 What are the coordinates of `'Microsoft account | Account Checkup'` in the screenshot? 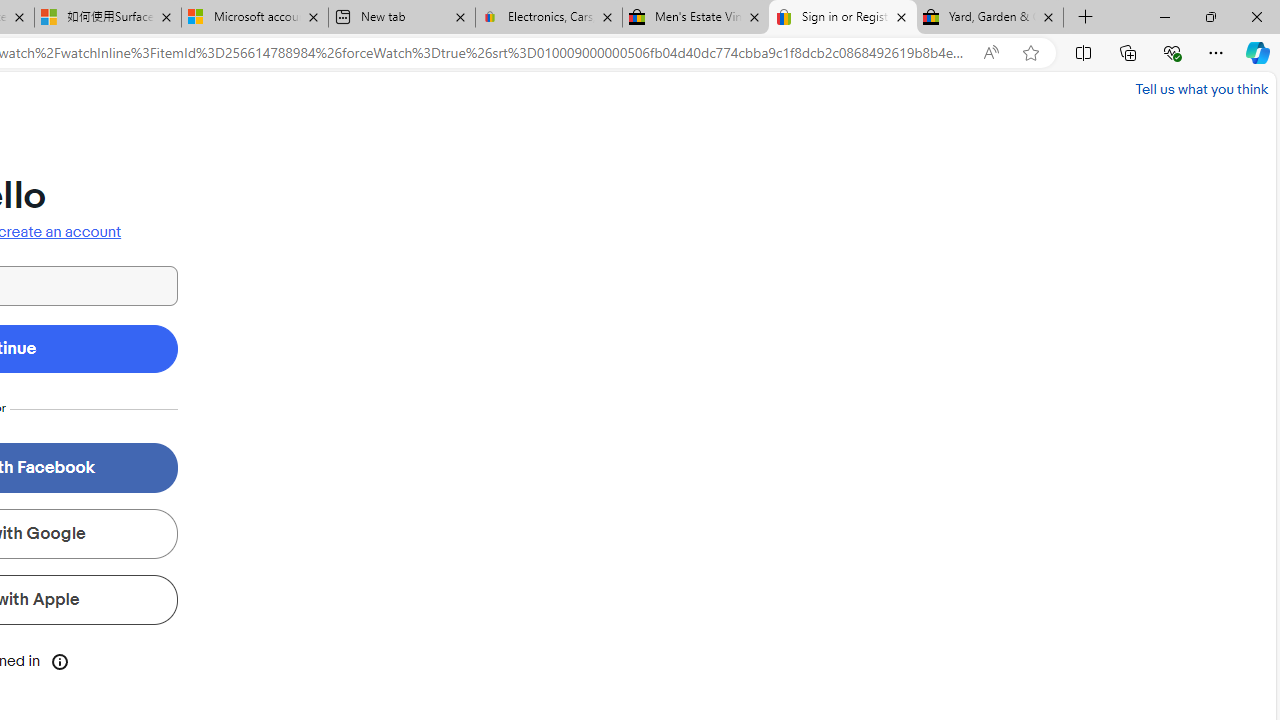 It's located at (253, 17).